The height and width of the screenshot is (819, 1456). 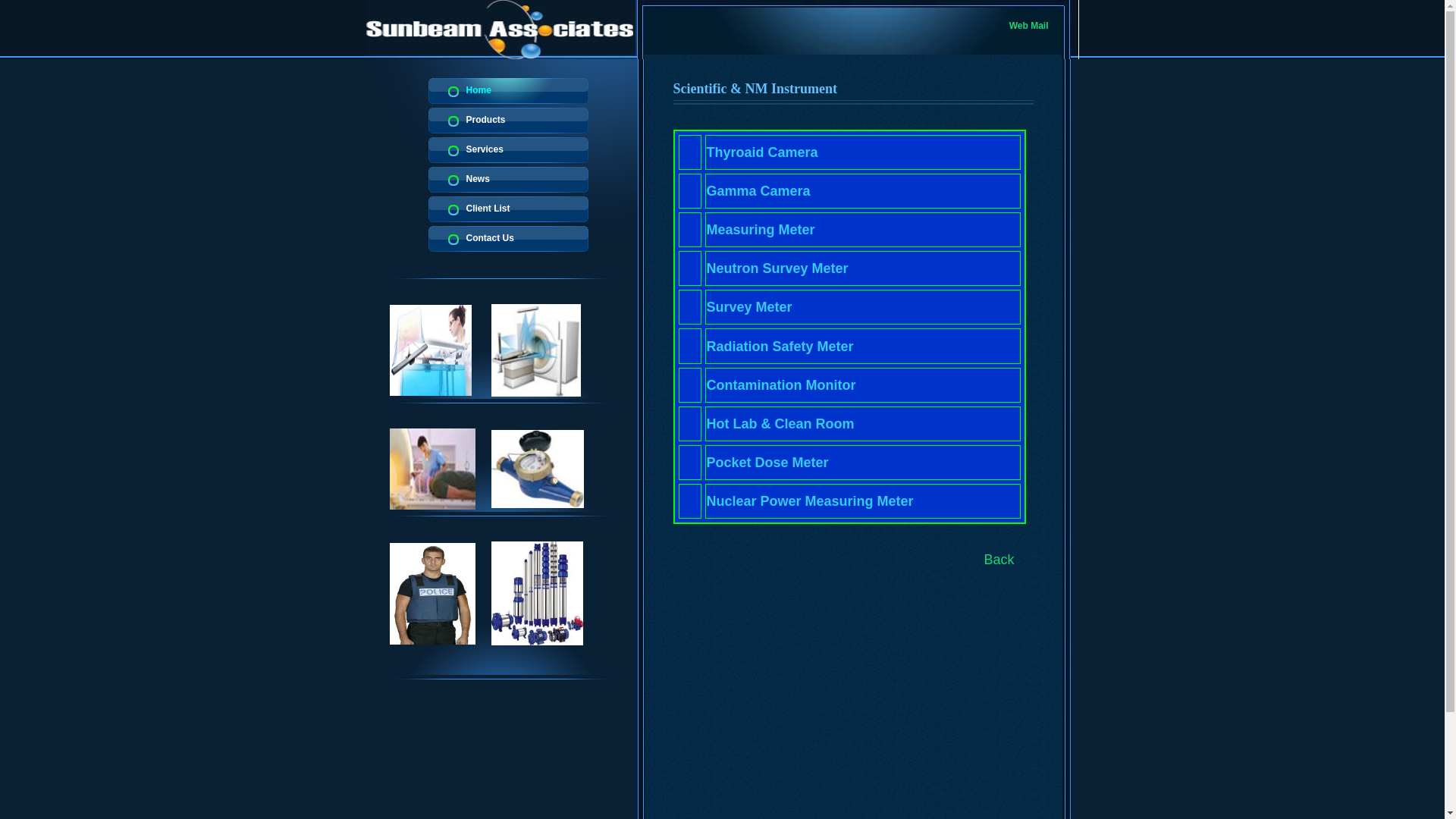 What do you see at coordinates (507, 178) in the screenshot?
I see `'News'` at bounding box center [507, 178].